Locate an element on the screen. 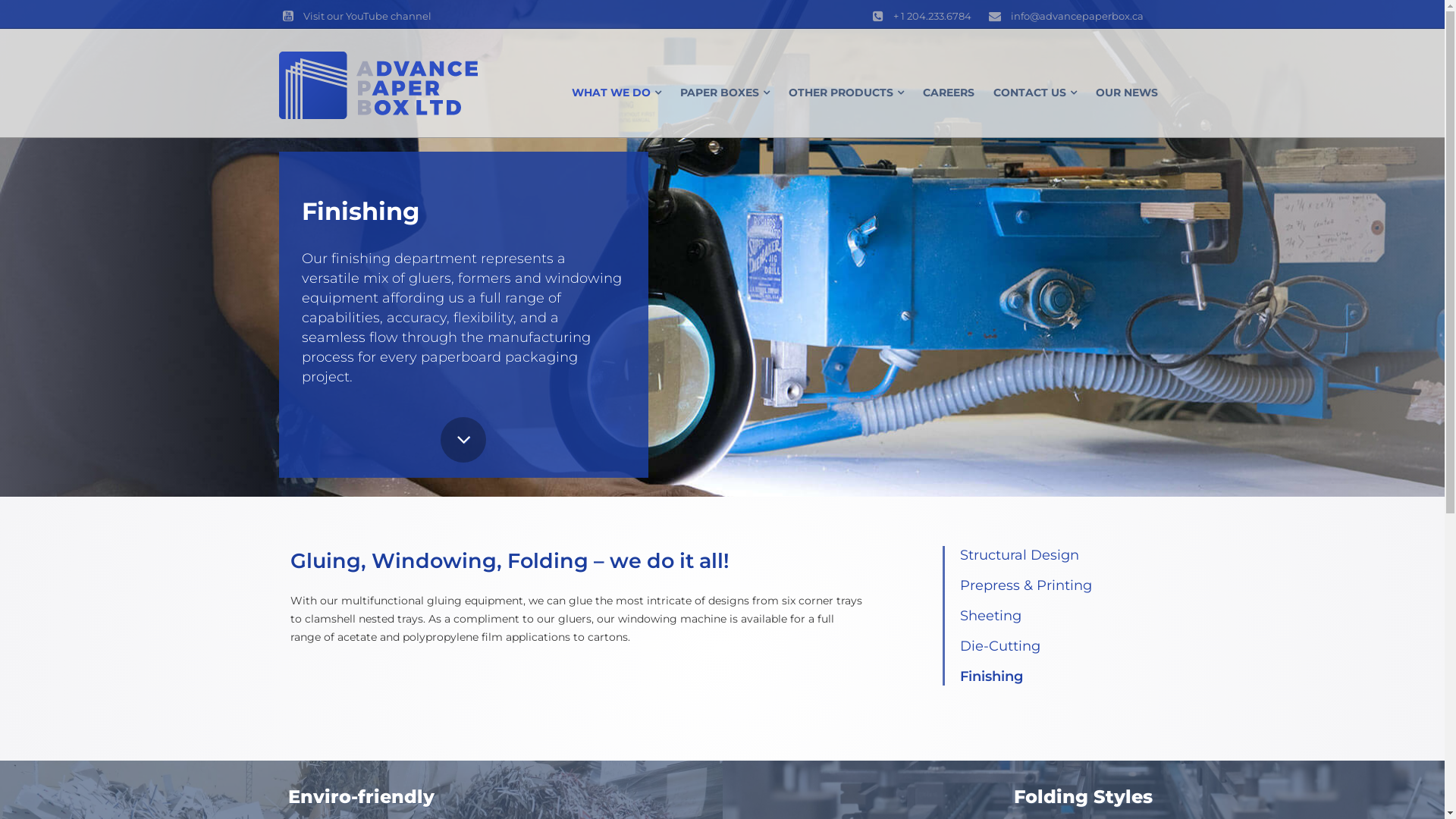 The width and height of the screenshot is (1456, 819). 'CAREERS' is located at coordinates (946, 93).